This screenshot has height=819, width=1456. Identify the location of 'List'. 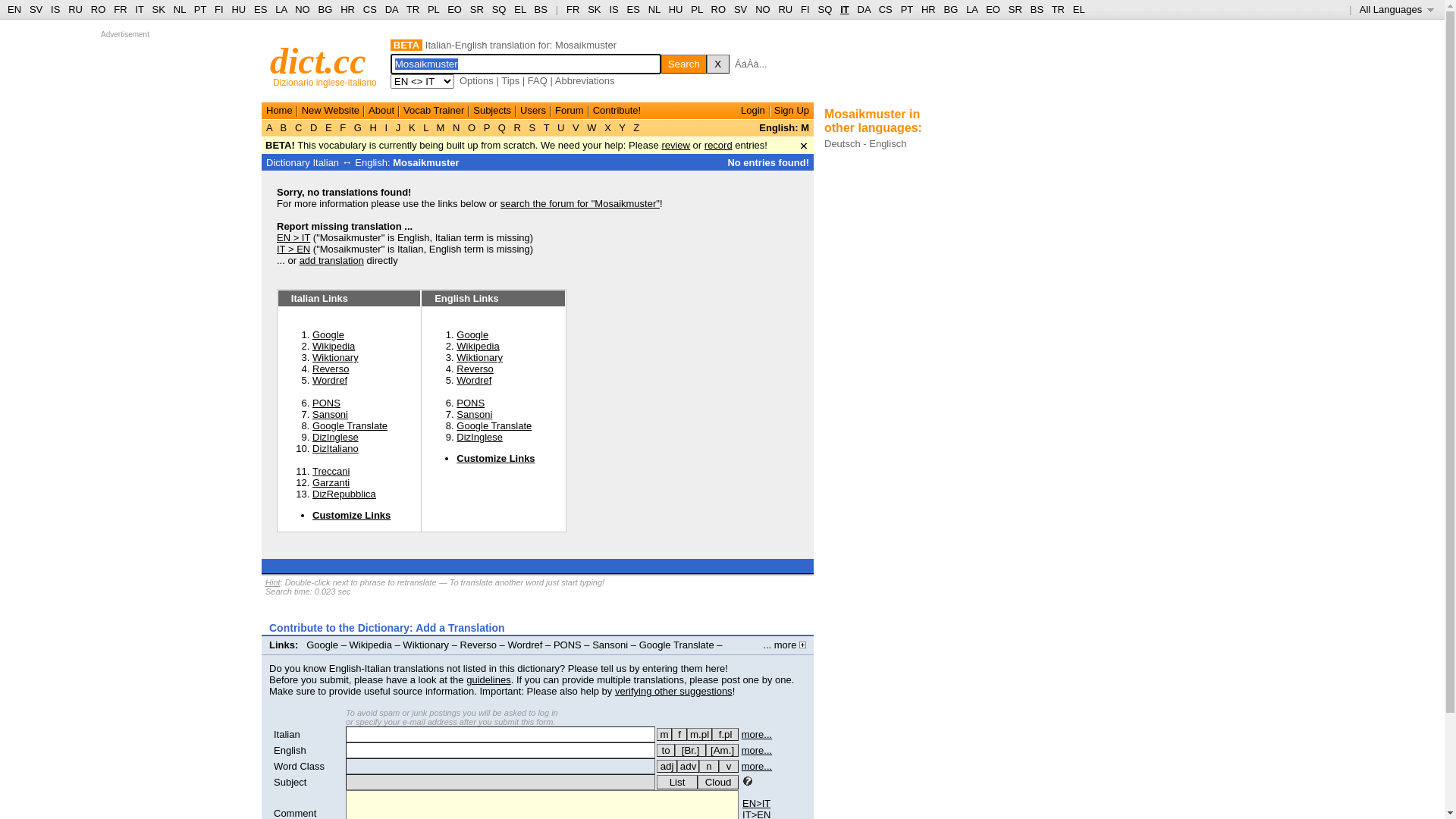
(676, 782).